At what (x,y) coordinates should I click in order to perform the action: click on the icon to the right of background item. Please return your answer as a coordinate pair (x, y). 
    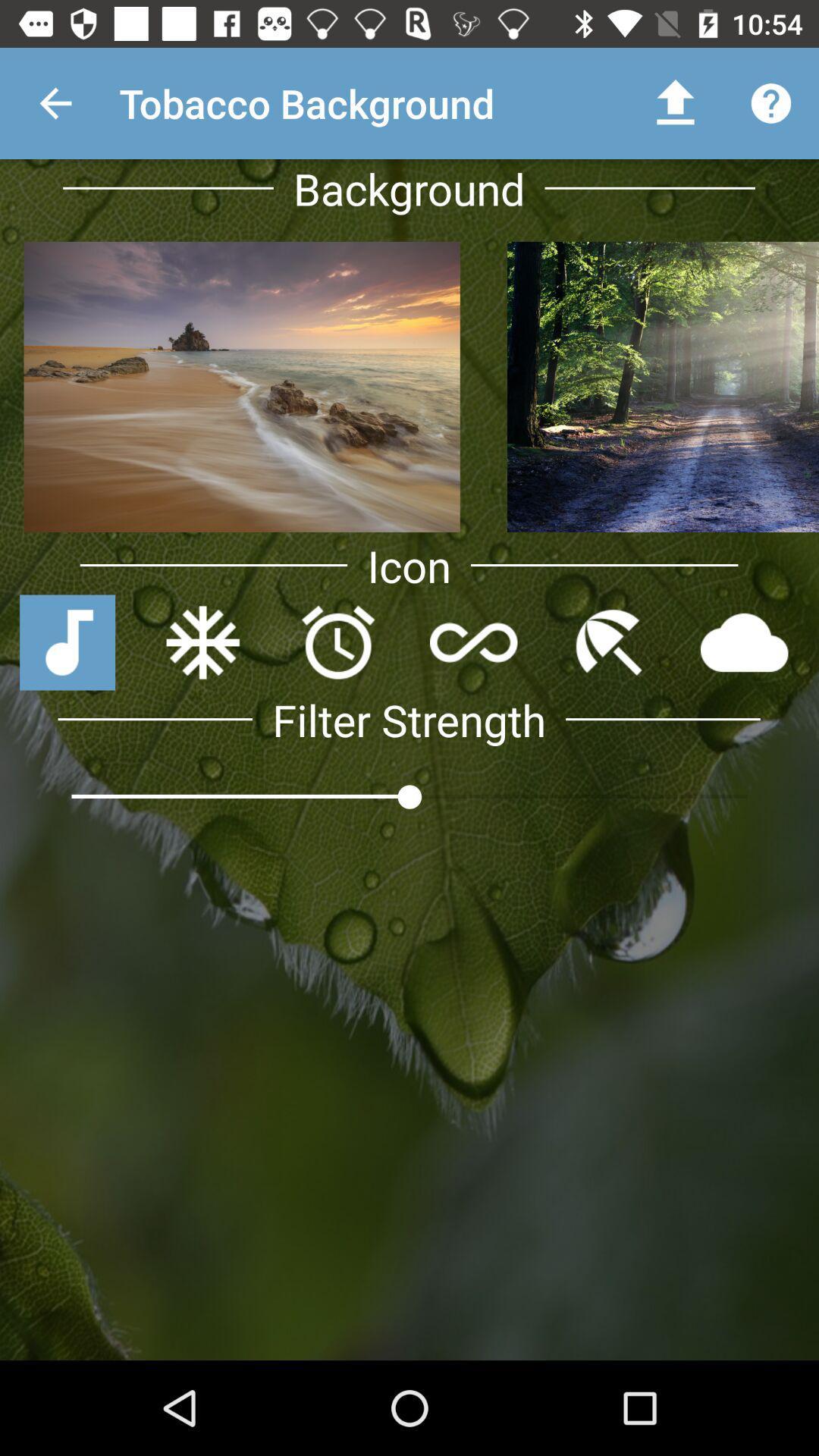
    Looking at the image, I should click on (675, 102).